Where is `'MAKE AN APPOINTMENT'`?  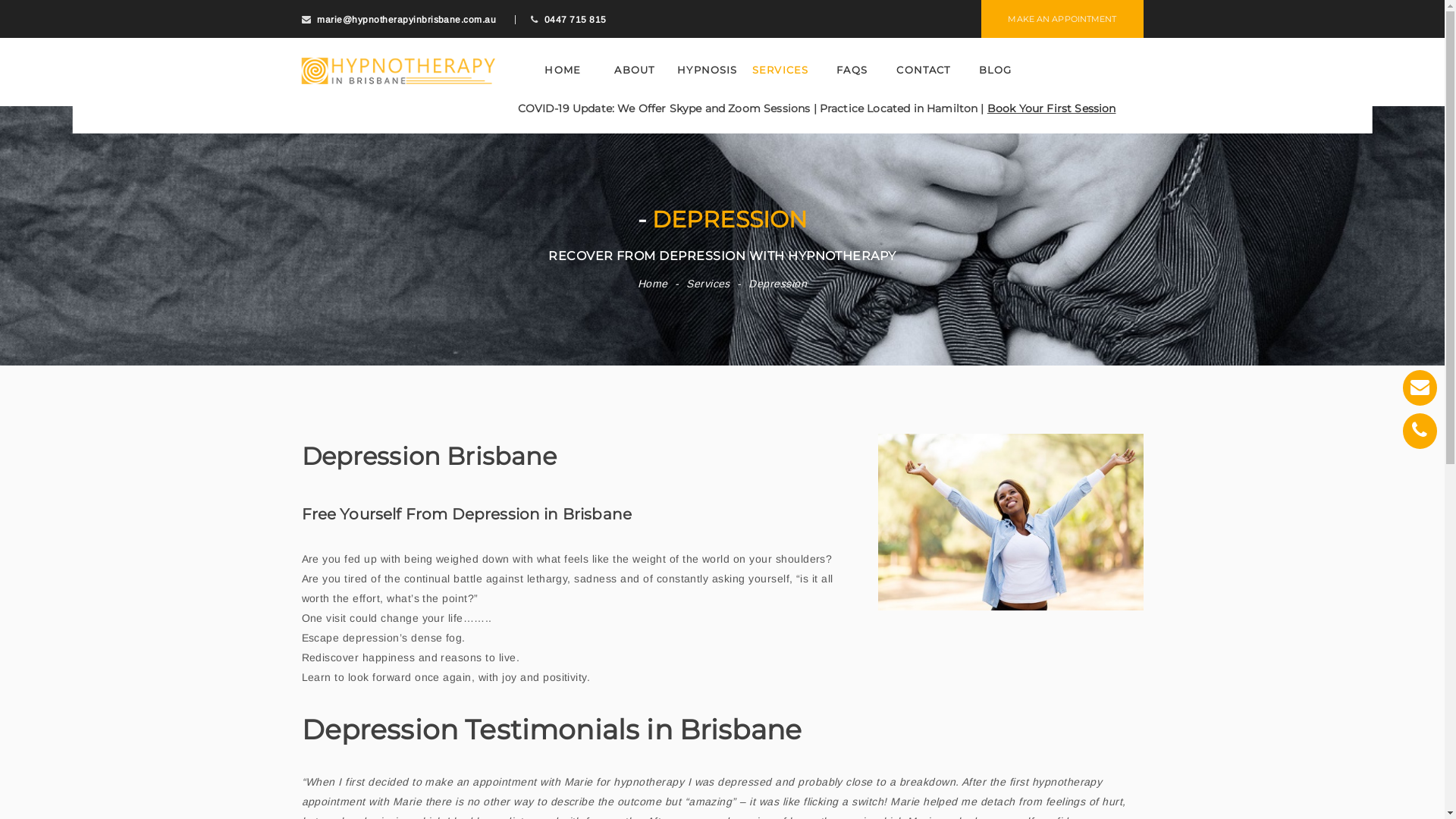 'MAKE AN APPOINTMENT' is located at coordinates (1061, 18).